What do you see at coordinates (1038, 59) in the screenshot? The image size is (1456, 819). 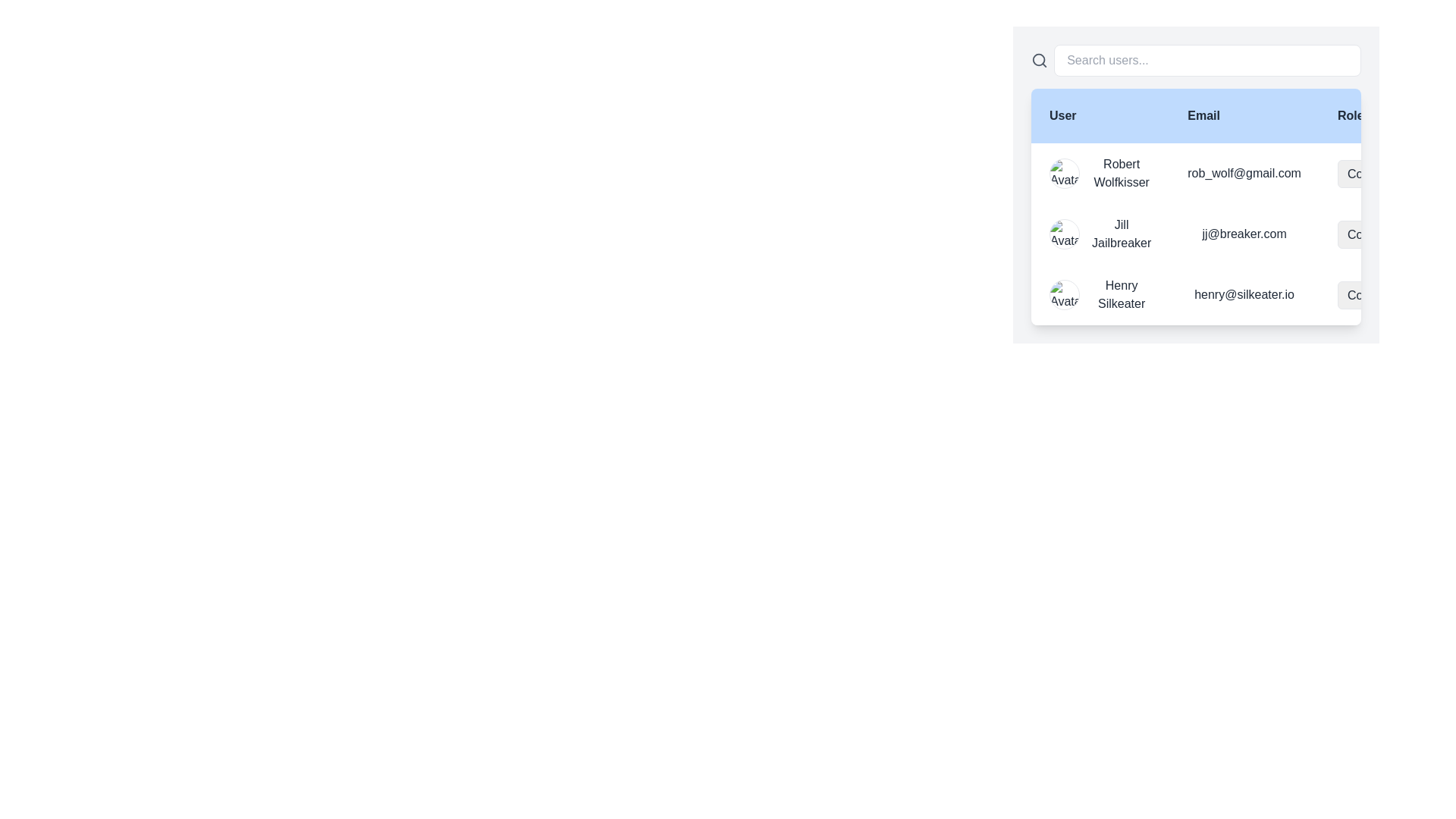 I see `the small circular icon with a stroke-width outline located inside the search icon component at the top-left corner of the search input field` at bounding box center [1038, 59].